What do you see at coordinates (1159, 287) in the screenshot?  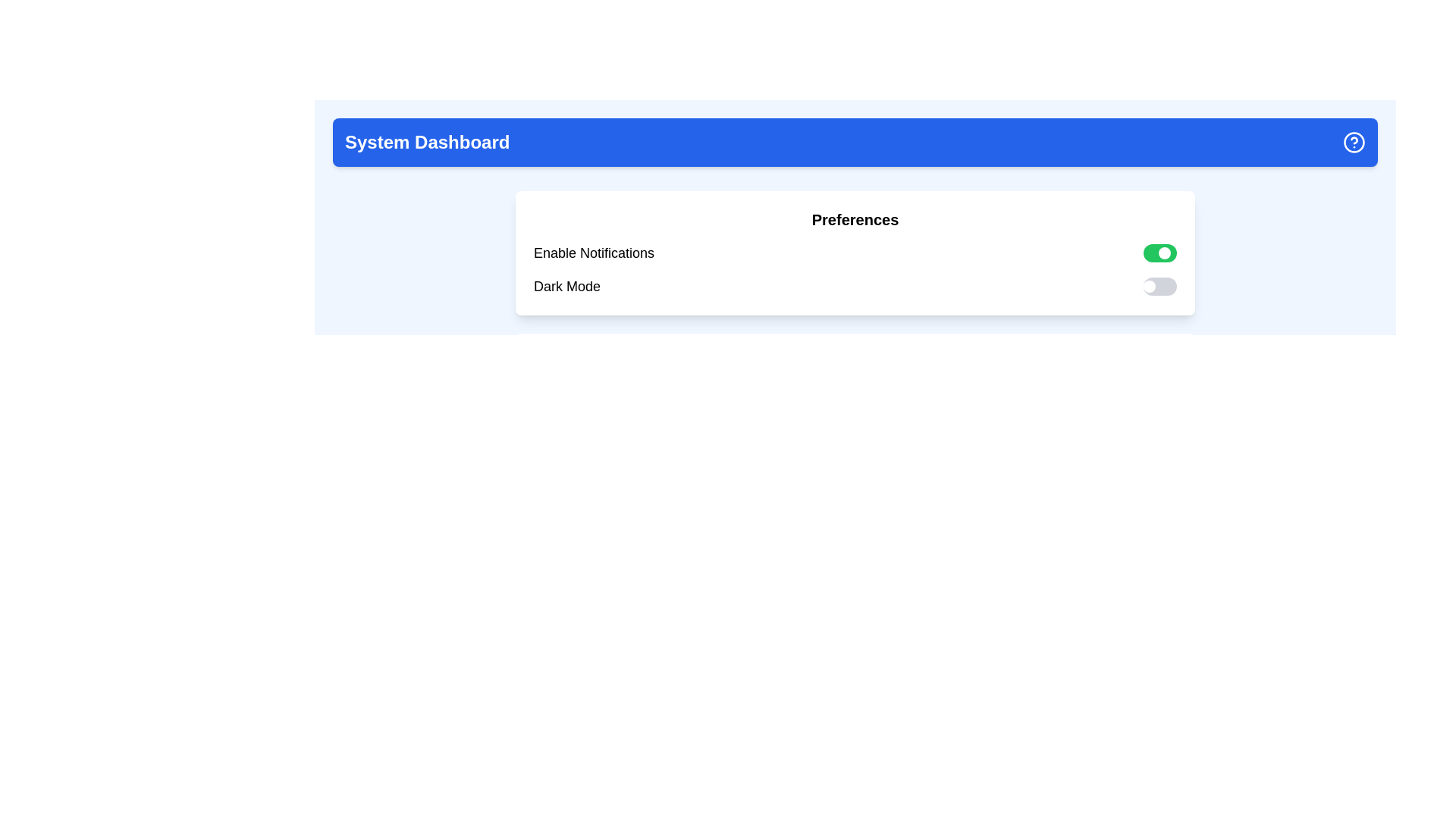 I see `the toggle switch styled as a rounded rectangle with a light gray background and a white knob, located to the right of the 'Dark Mode' label, to change its state` at bounding box center [1159, 287].